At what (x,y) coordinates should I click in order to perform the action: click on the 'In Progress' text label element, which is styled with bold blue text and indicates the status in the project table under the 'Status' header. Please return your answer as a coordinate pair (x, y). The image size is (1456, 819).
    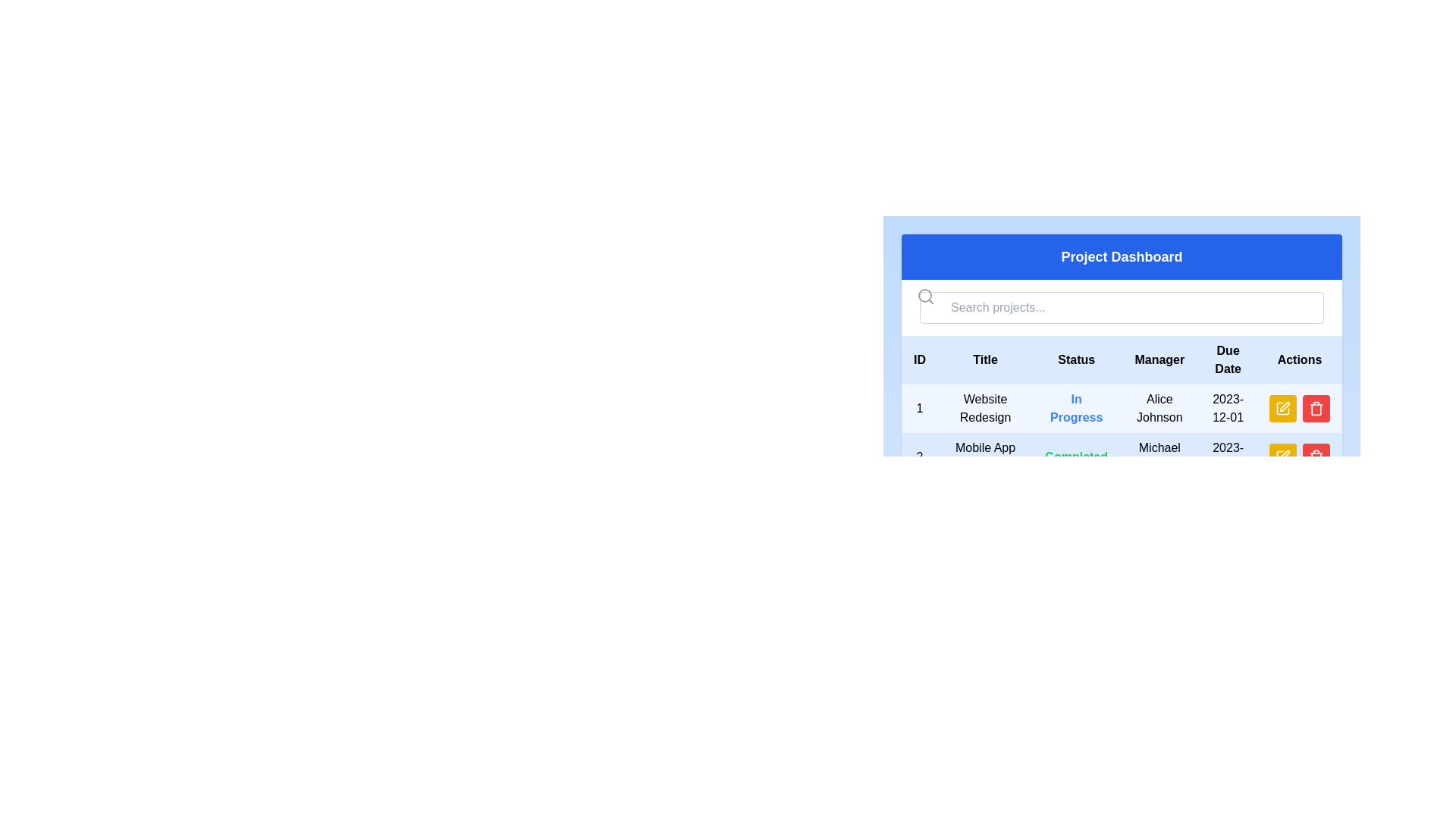
    Looking at the image, I should click on (1075, 408).